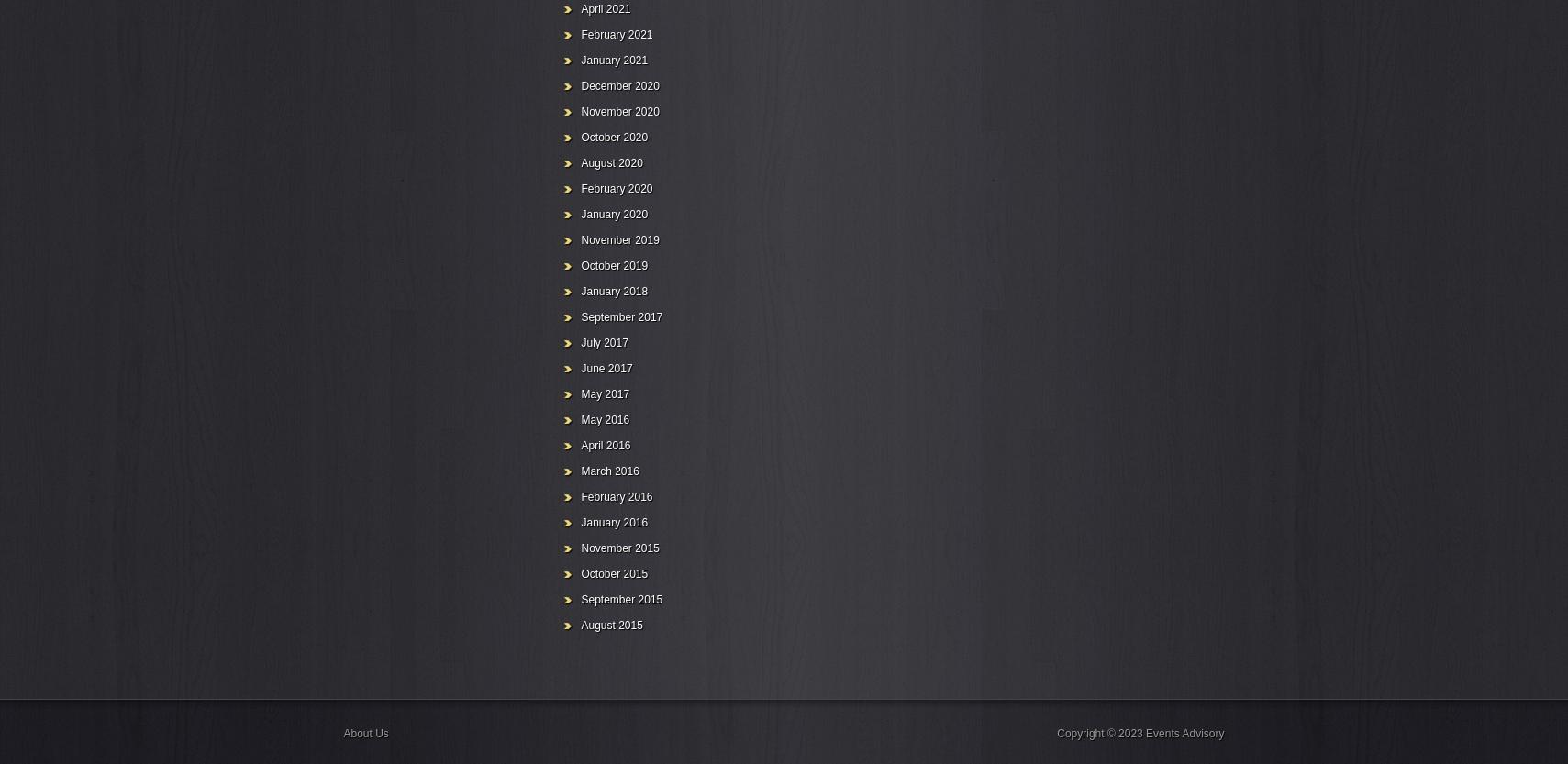  Describe the element at coordinates (618, 239) in the screenshot. I see `'November 2019'` at that location.